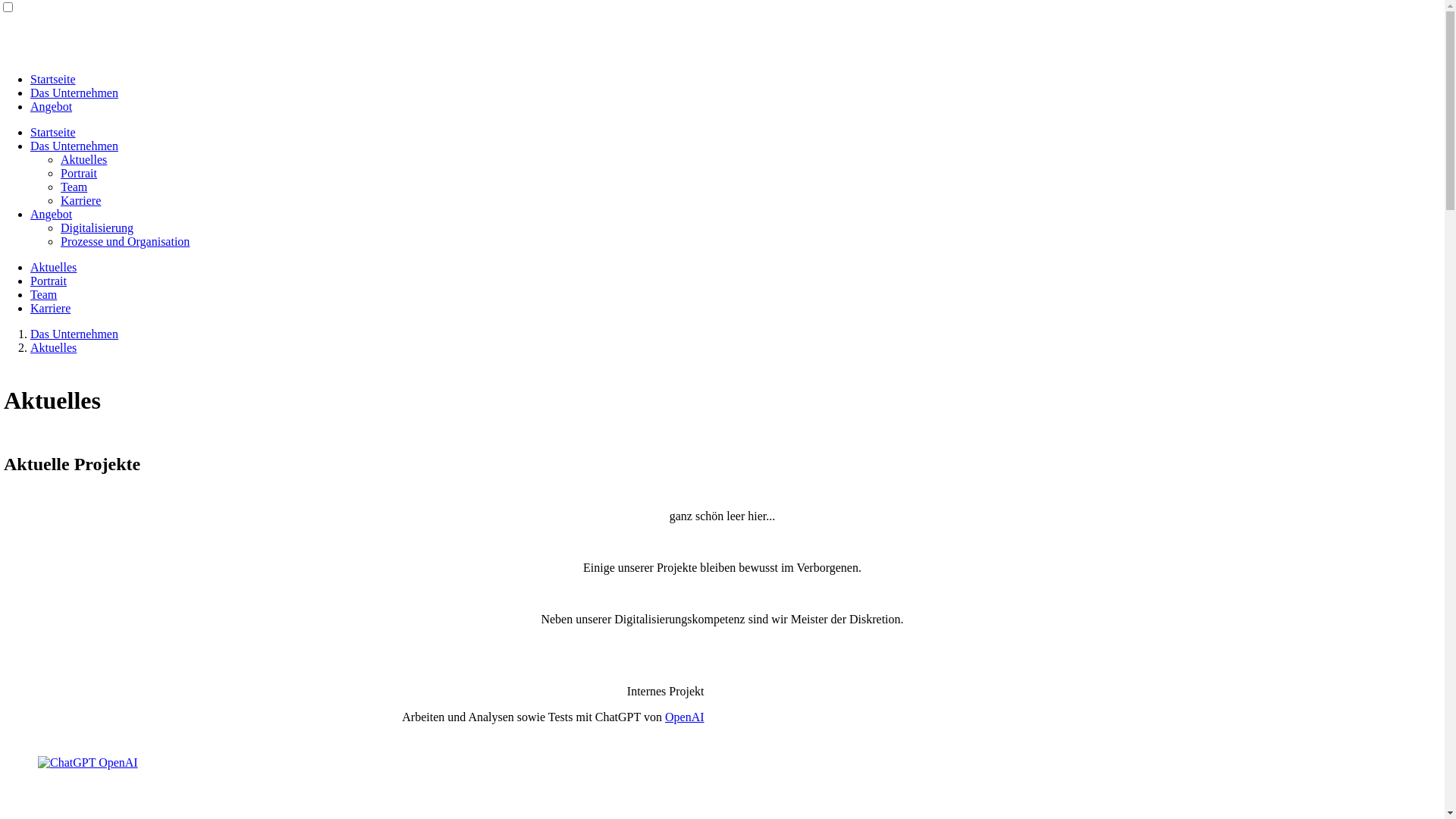  I want to click on 'Angebot', so click(51, 105).